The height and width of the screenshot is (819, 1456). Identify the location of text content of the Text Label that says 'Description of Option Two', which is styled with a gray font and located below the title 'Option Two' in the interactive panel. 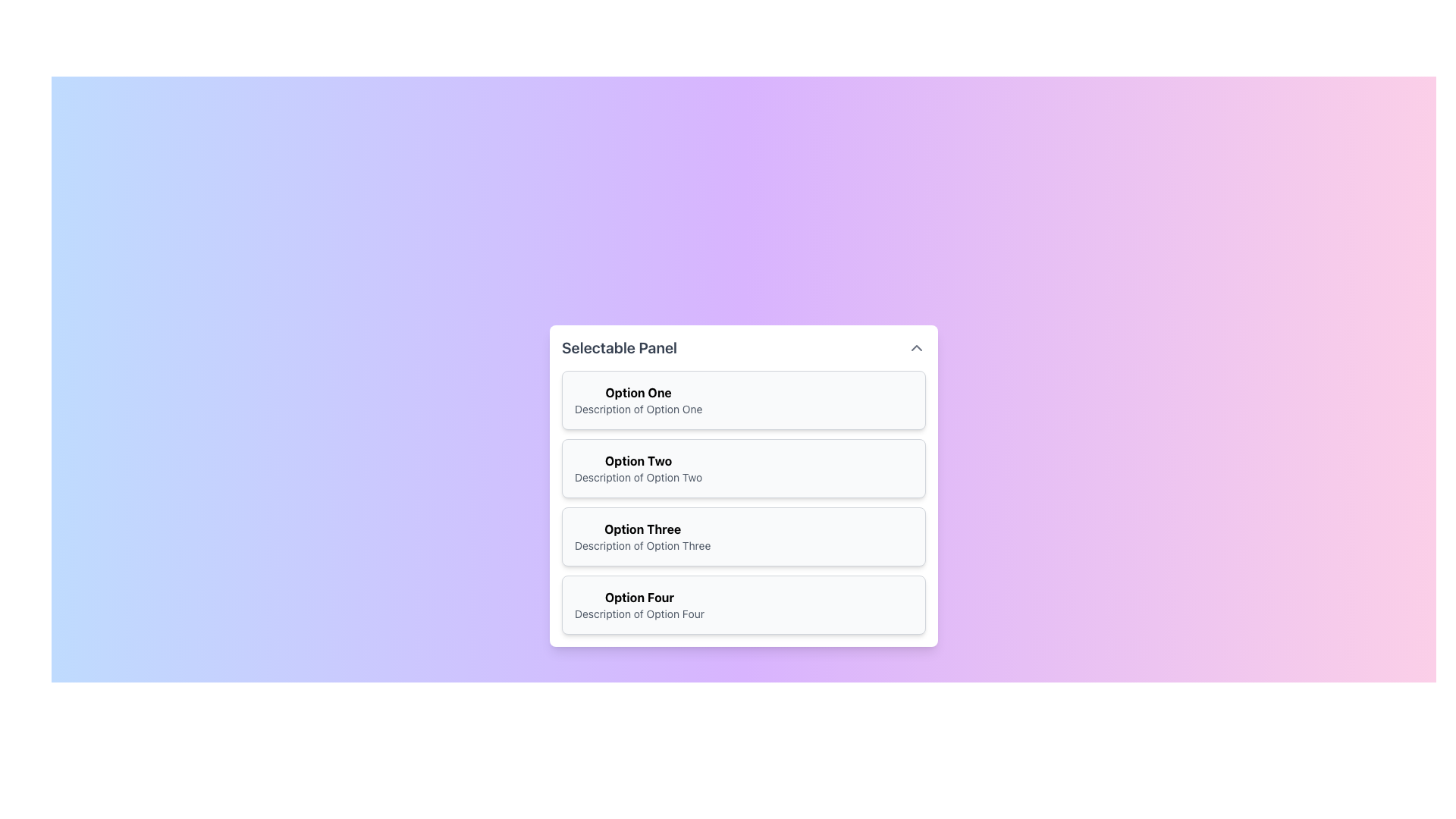
(639, 476).